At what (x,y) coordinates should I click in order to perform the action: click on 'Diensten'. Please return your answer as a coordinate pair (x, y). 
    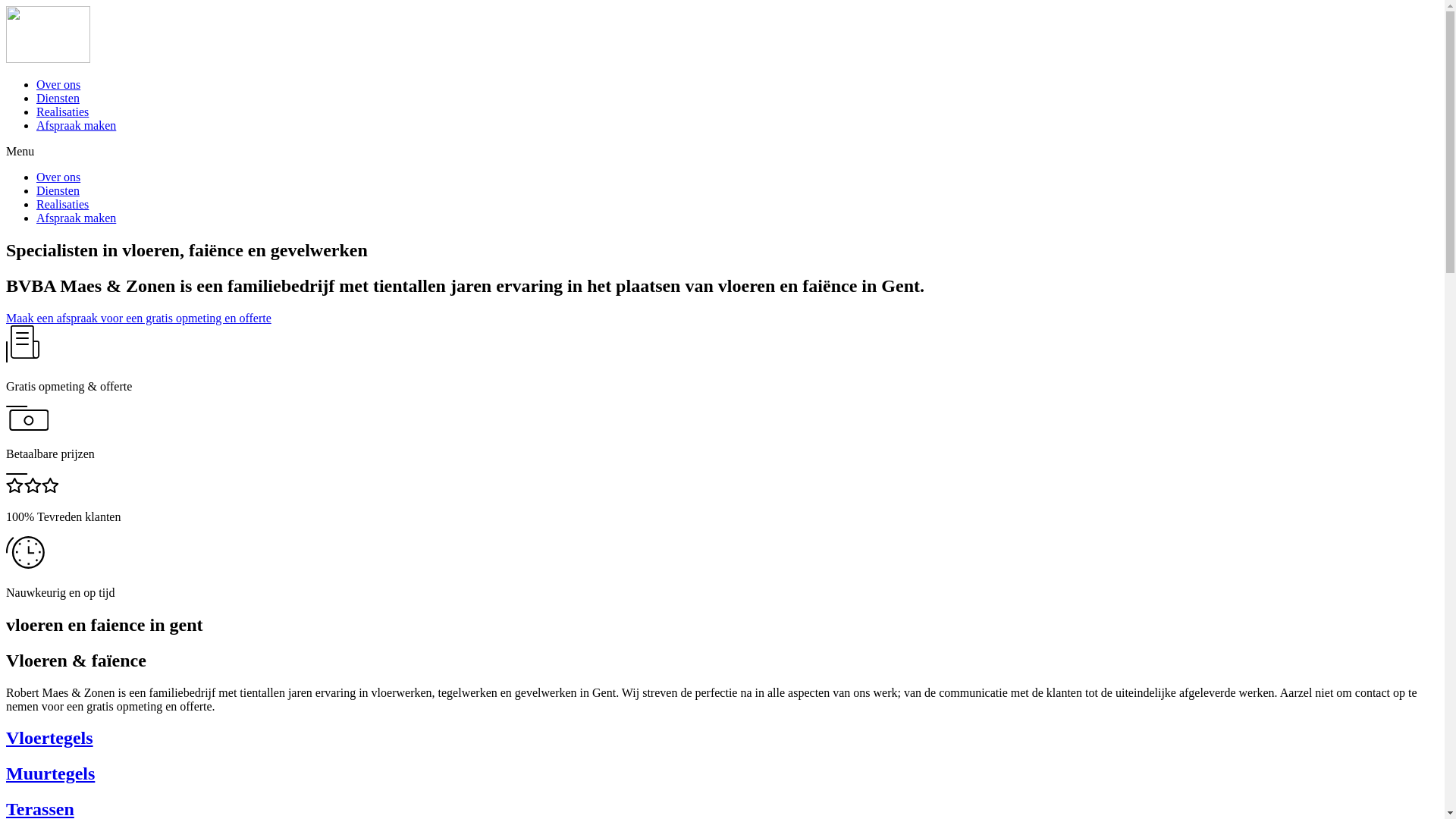
    Looking at the image, I should click on (58, 98).